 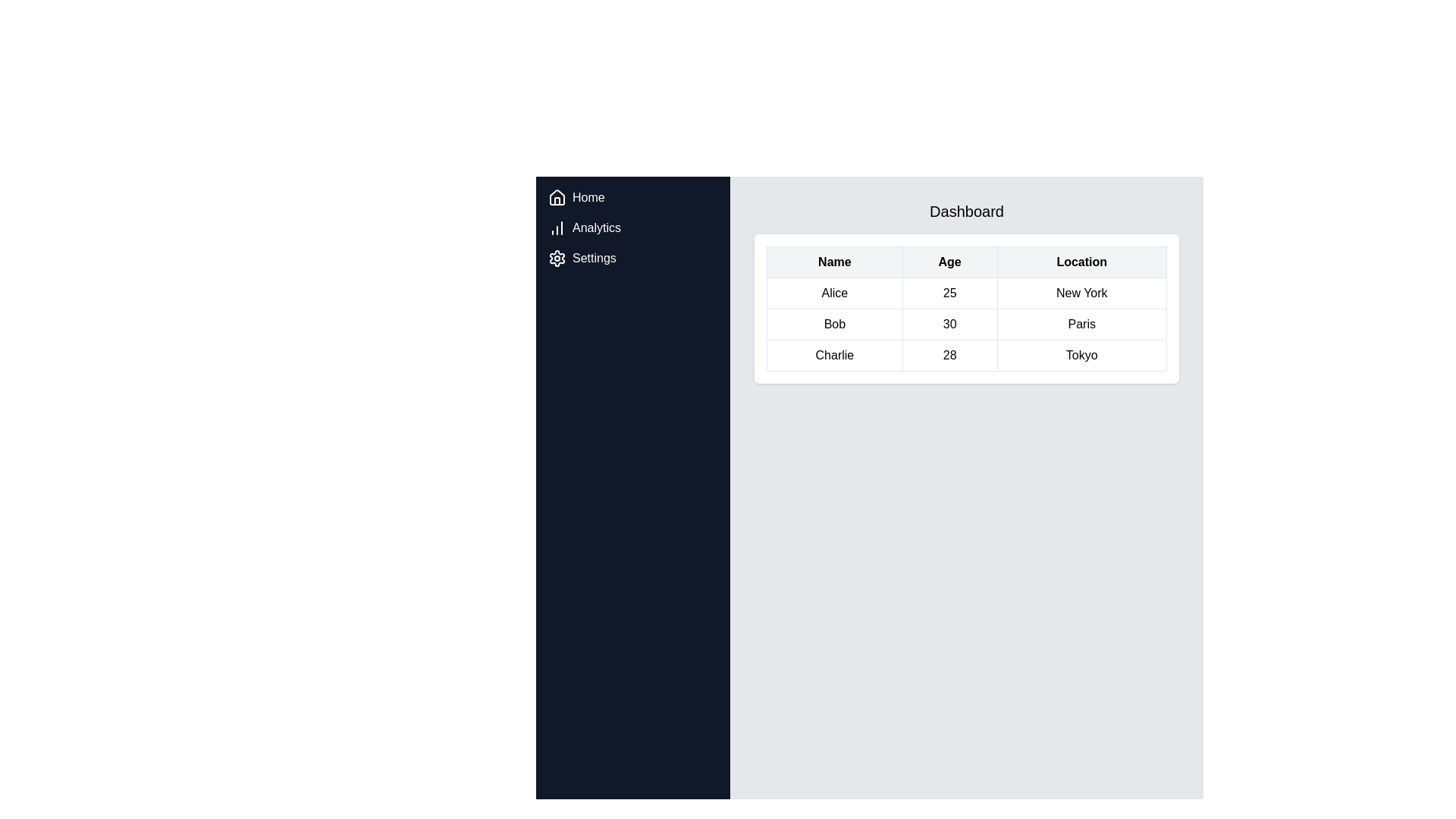 I want to click on the gear-shaped icon representing the settings option, so click(x=556, y=257).